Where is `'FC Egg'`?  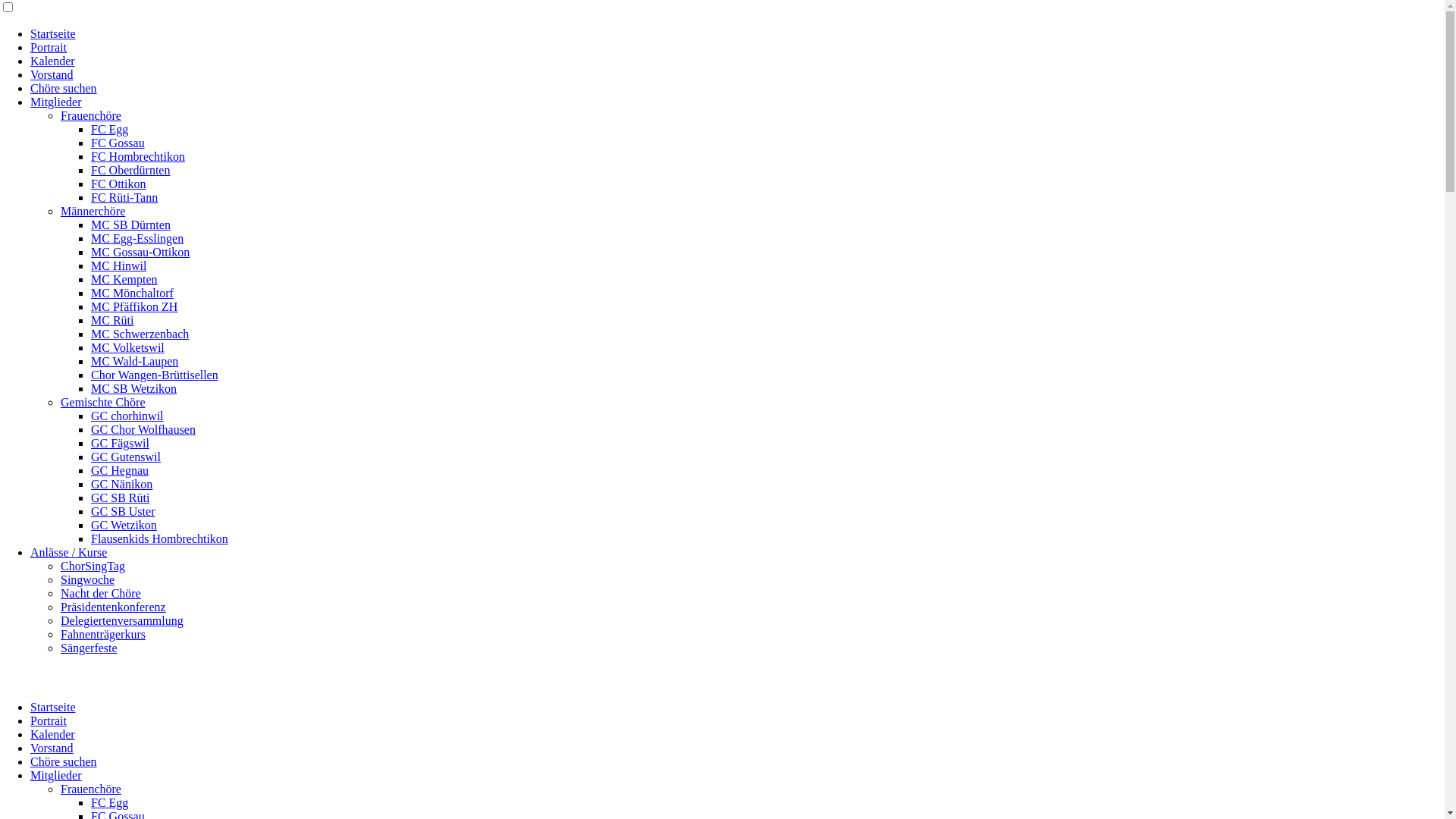
'FC Egg' is located at coordinates (108, 128).